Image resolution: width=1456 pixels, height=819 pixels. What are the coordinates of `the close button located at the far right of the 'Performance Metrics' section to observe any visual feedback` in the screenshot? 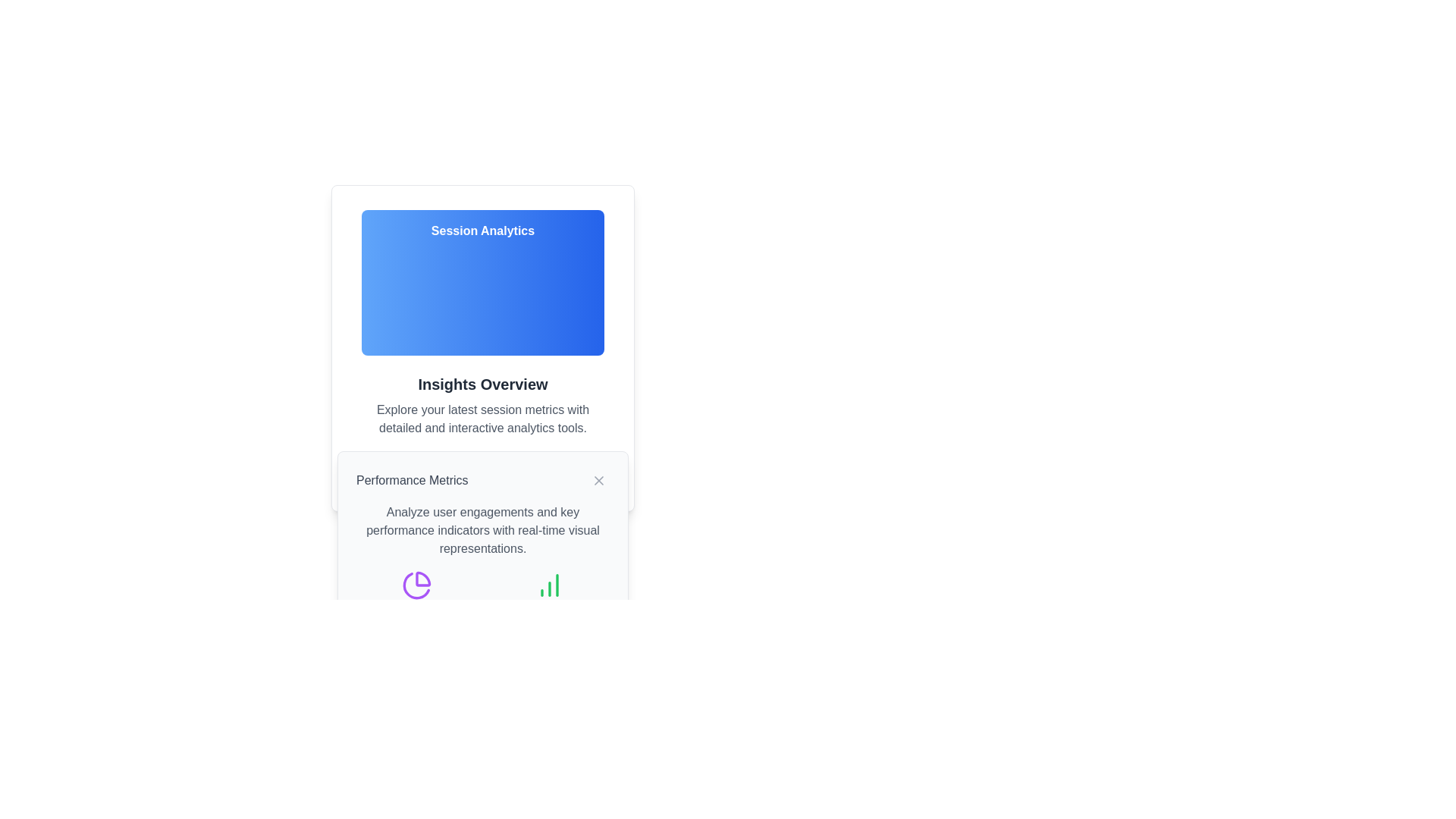 It's located at (598, 480).